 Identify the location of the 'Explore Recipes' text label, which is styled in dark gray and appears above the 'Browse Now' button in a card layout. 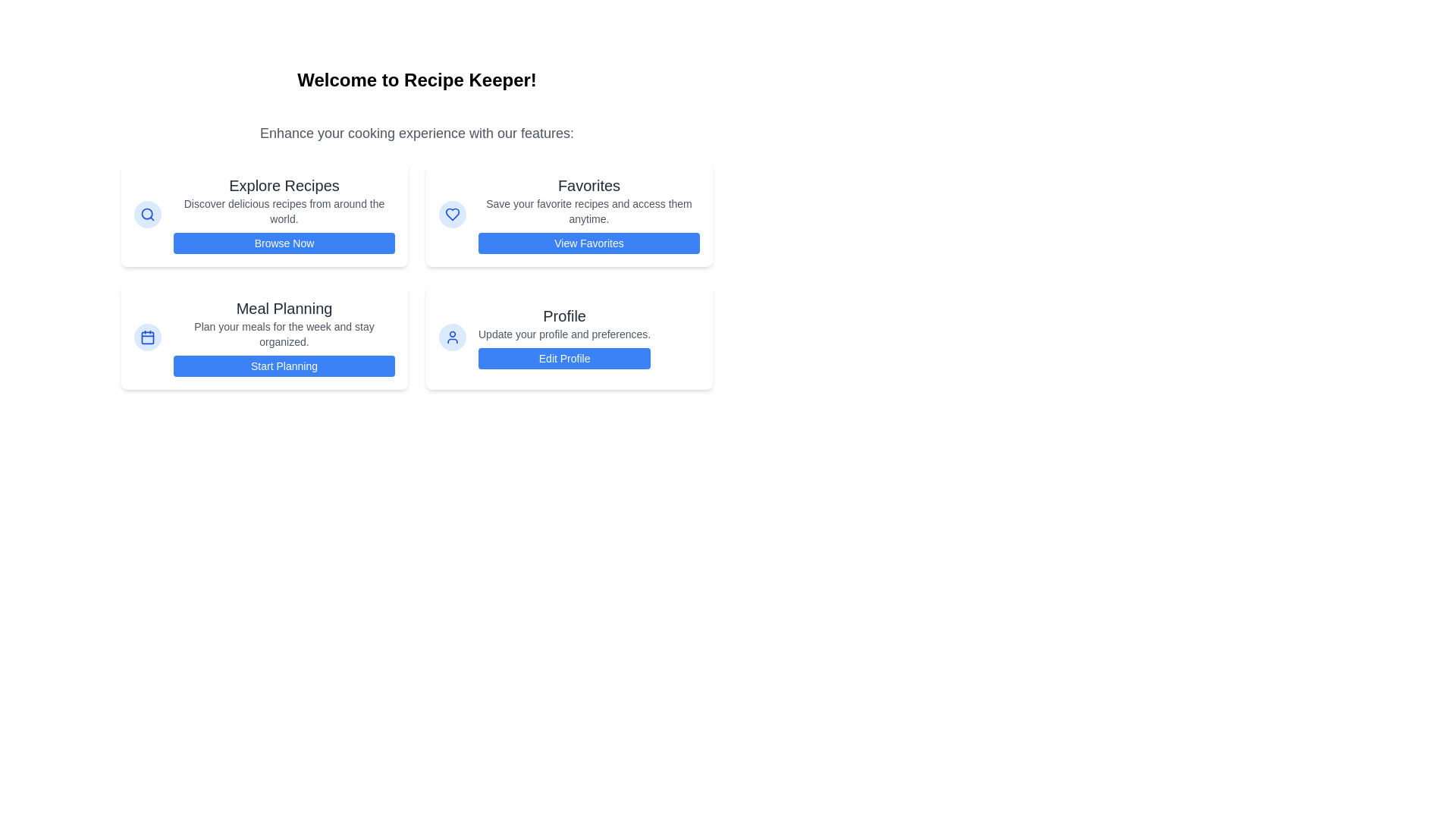
(284, 185).